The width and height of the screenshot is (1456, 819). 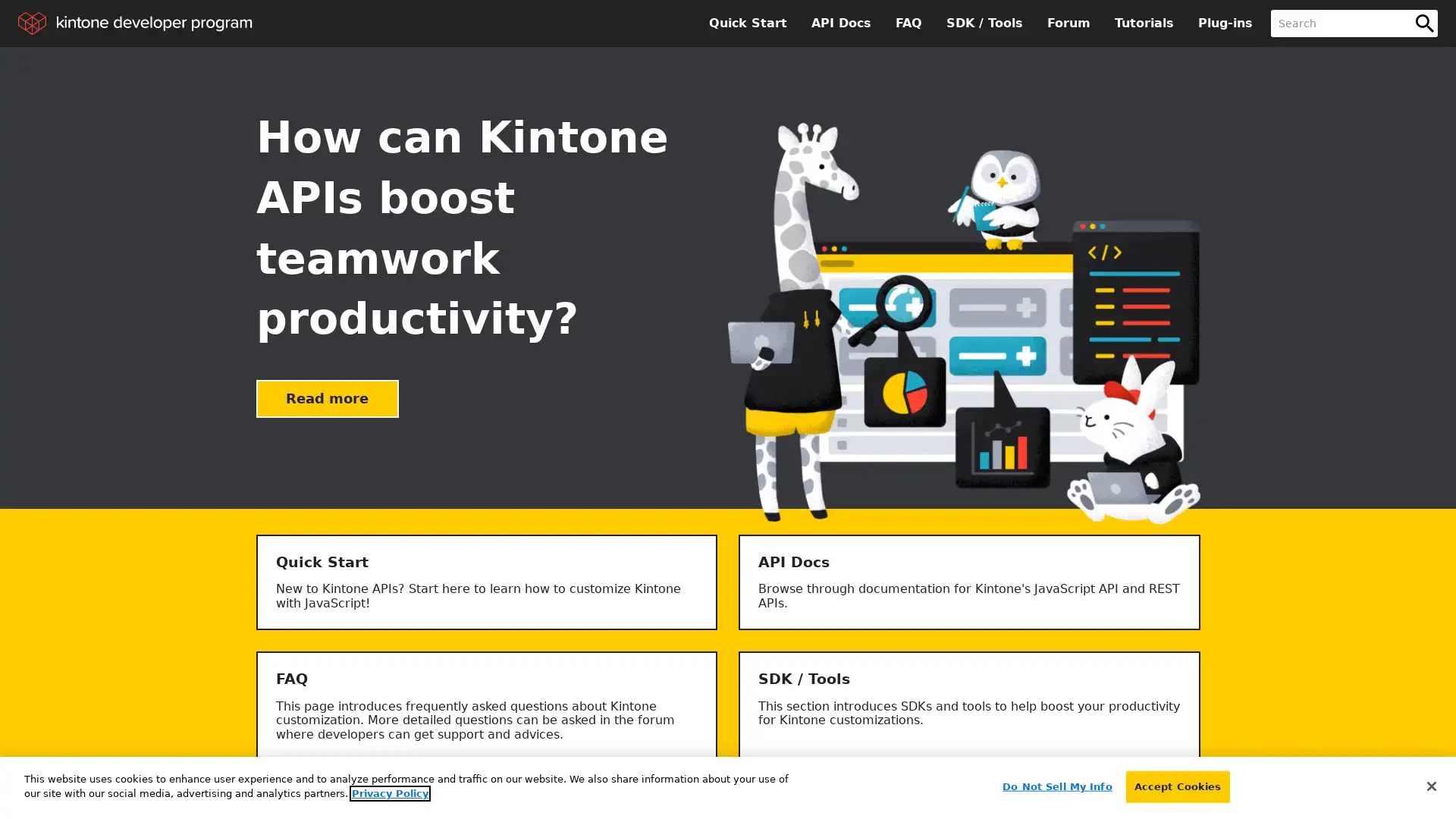 What do you see at coordinates (1176, 786) in the screenshot?
I see `Accept Cookies` at bounding box center [1176, 786].